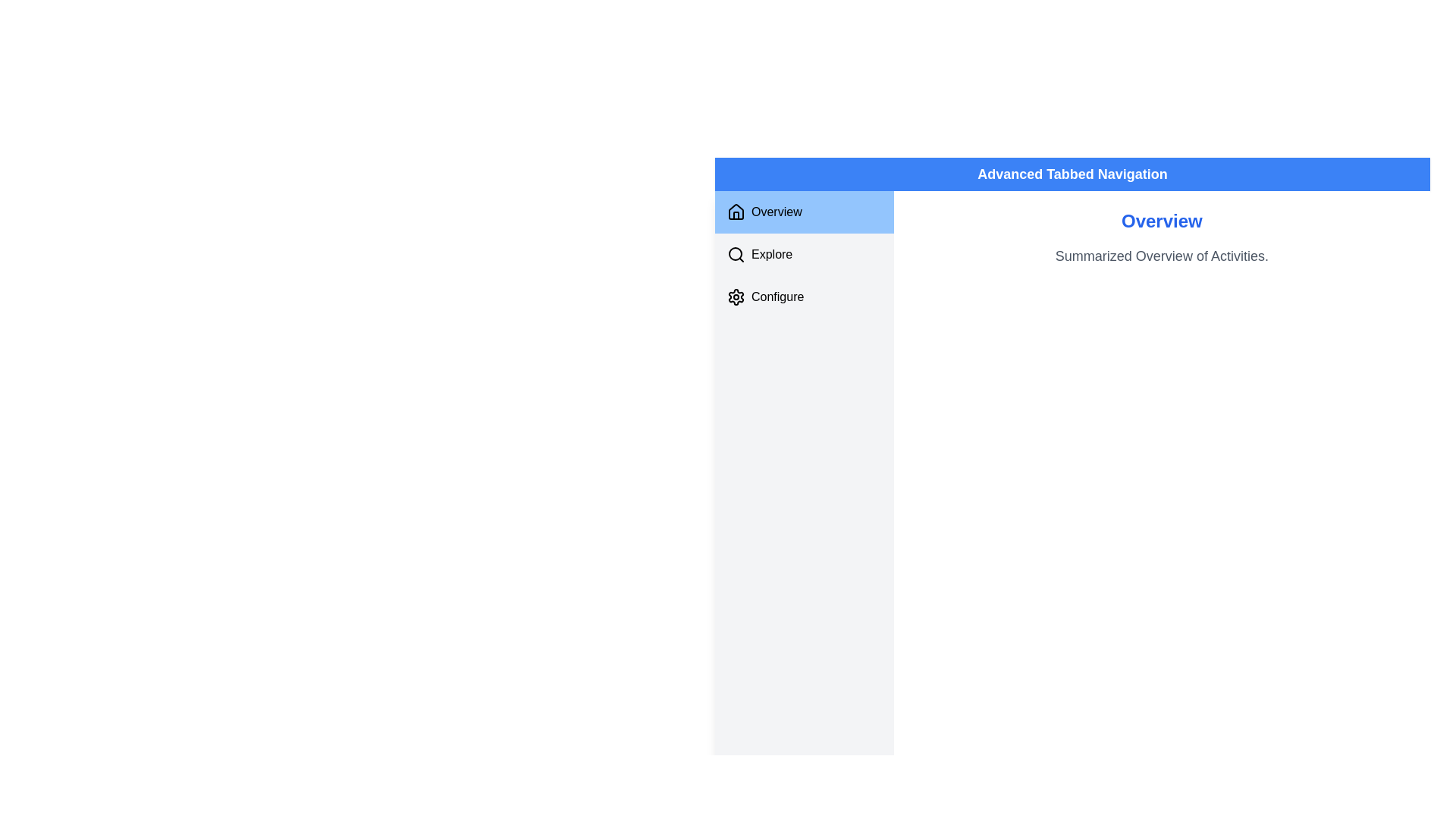 Image resolution: width=1456 pixels, height=819 pixels. I want to click on text label indicating the navigation menu option for exploration, located to the right of the magnifying glass icon in the left sidebar, so click(772, 253).